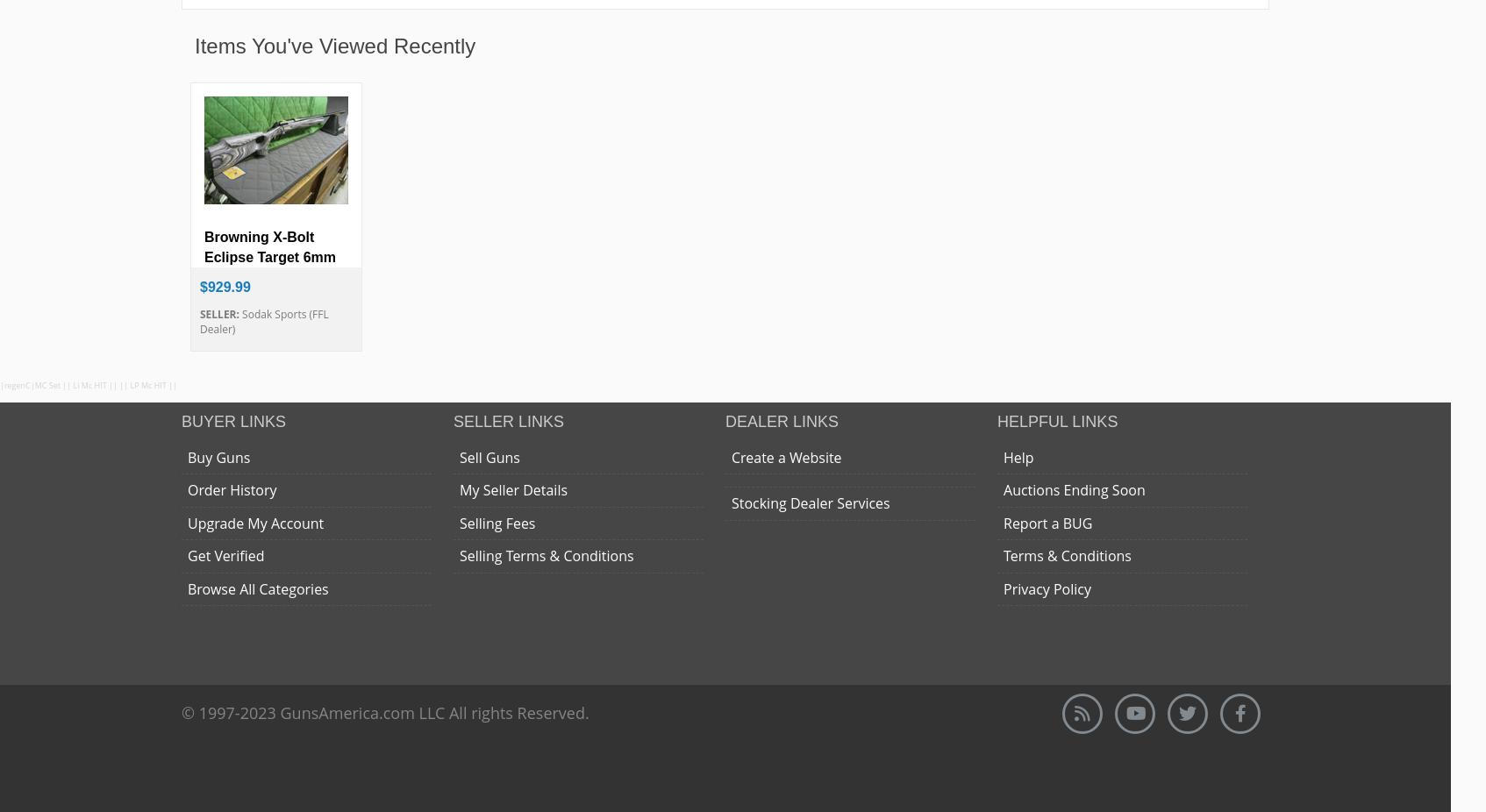  What do you see at coordinates (218, 456) in the screenshot?
I see `'Buy Guns'` at bounding box center [218, 456].